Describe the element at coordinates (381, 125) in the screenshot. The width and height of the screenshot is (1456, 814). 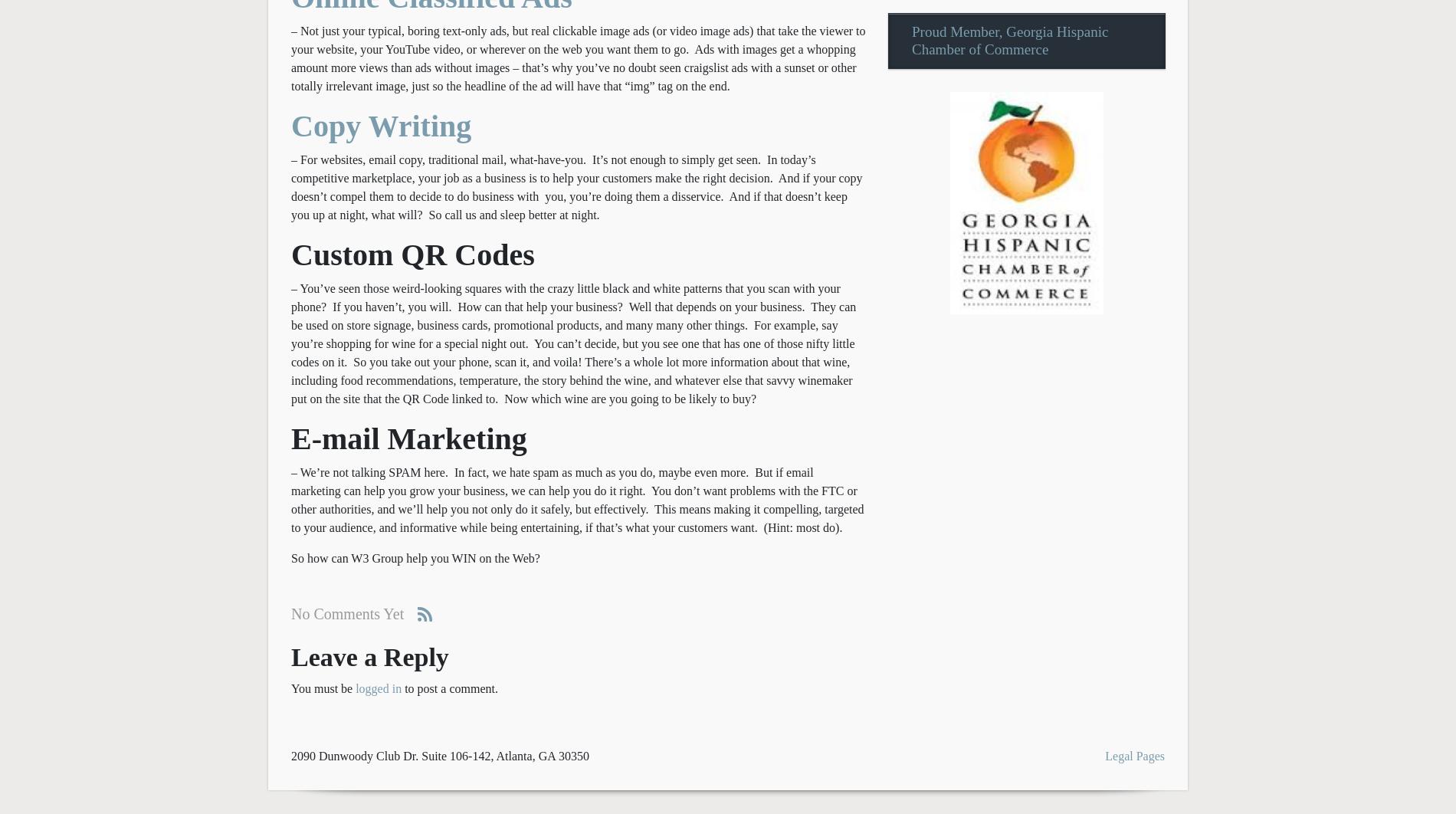
I see `'Copy Writing'` at that location.